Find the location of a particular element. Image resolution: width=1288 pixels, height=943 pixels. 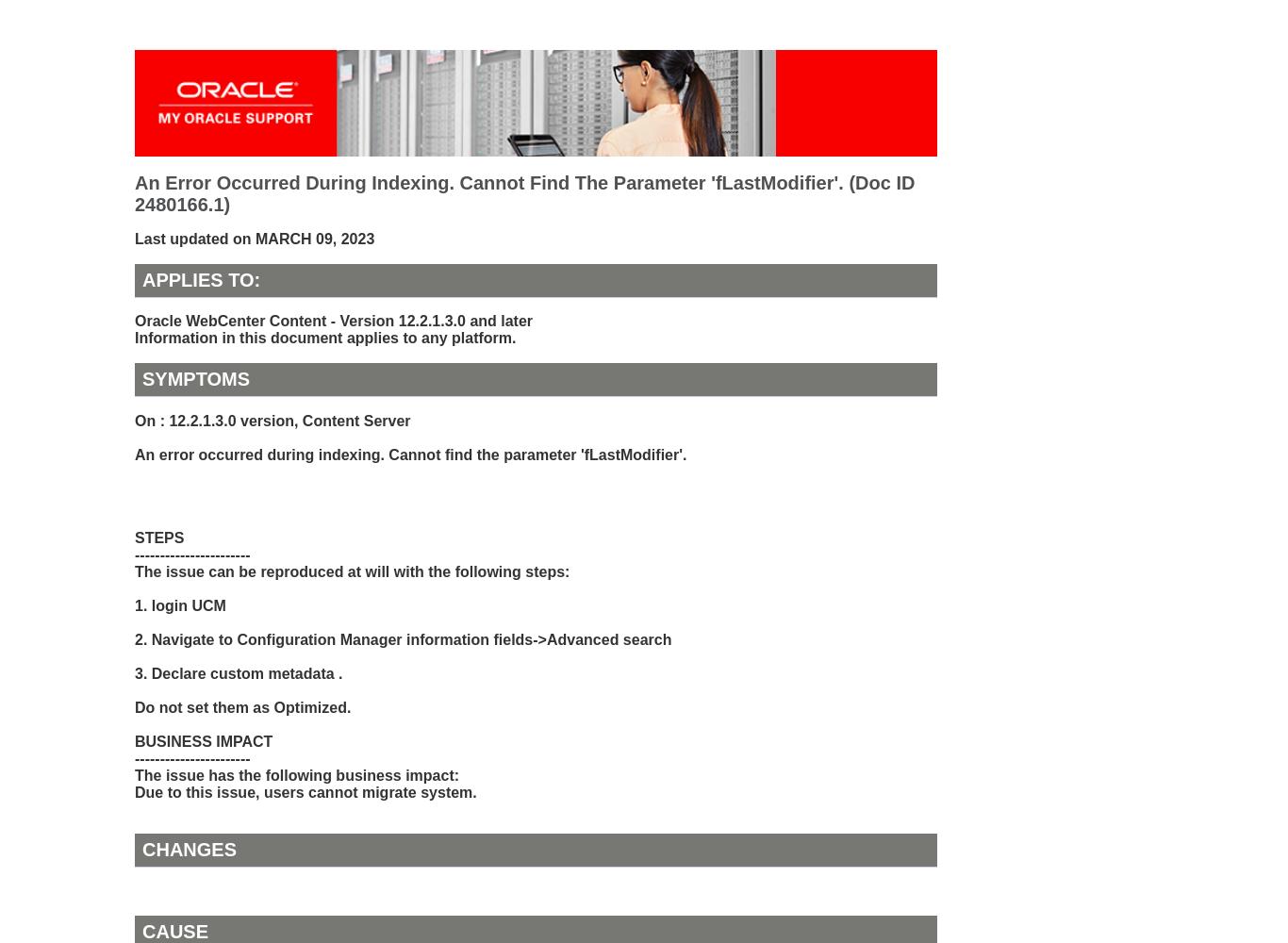

'Cause' is located at coordinates (174, 931).